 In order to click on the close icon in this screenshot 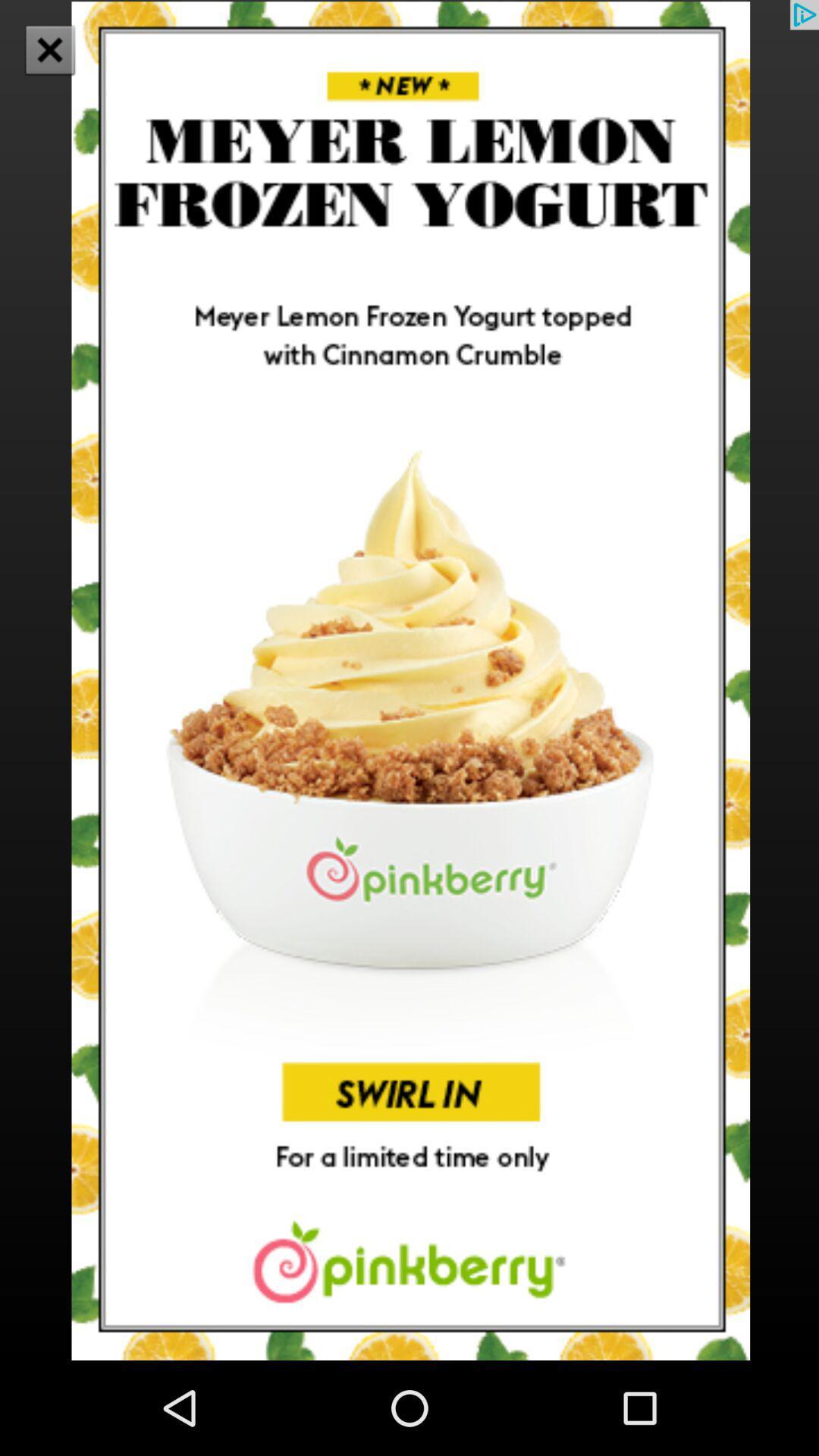, I will do `click(49, 53)`.